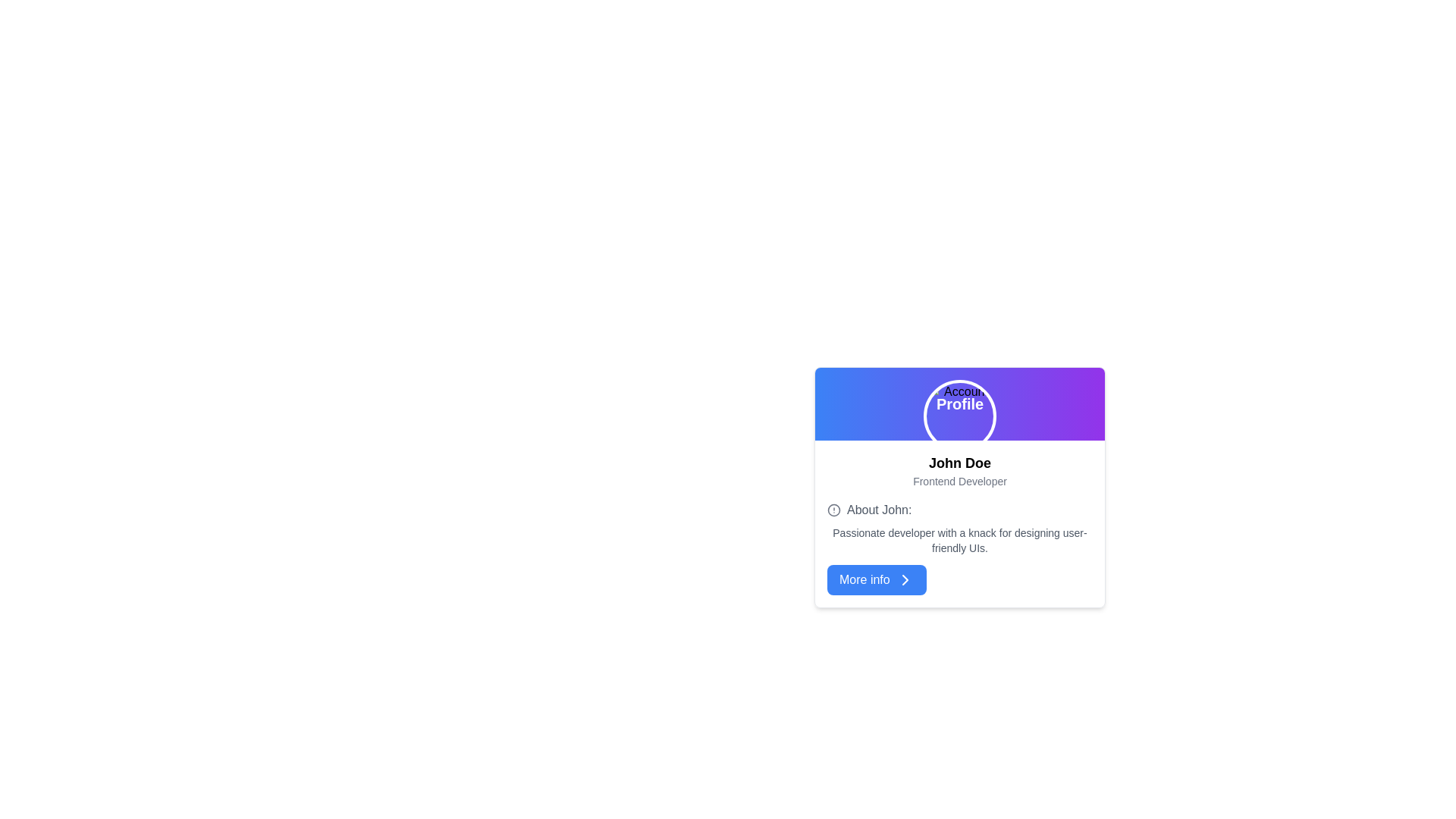 This screenshot has height=819, width=1456. Describe the element at coordinates (959, 470) in the screenshot. I see `the Text Display Block that presents the user's name and job title, located below the circular image area displaying the word 'Account' in the profile card` at that location.